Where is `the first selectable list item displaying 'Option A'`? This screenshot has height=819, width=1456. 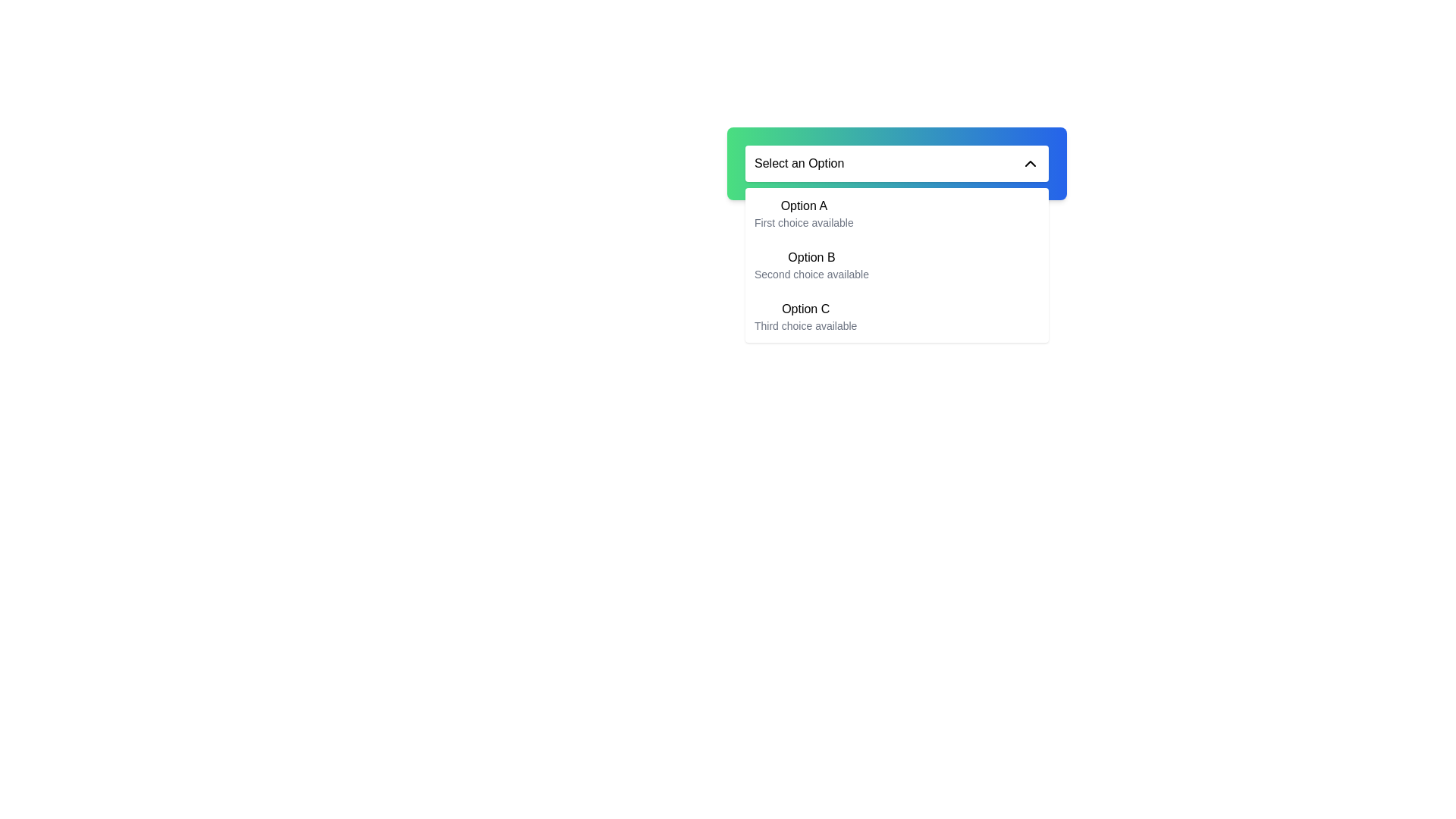 the first selectable list item displaying 'Option A' is located at coordinates (803, 213).